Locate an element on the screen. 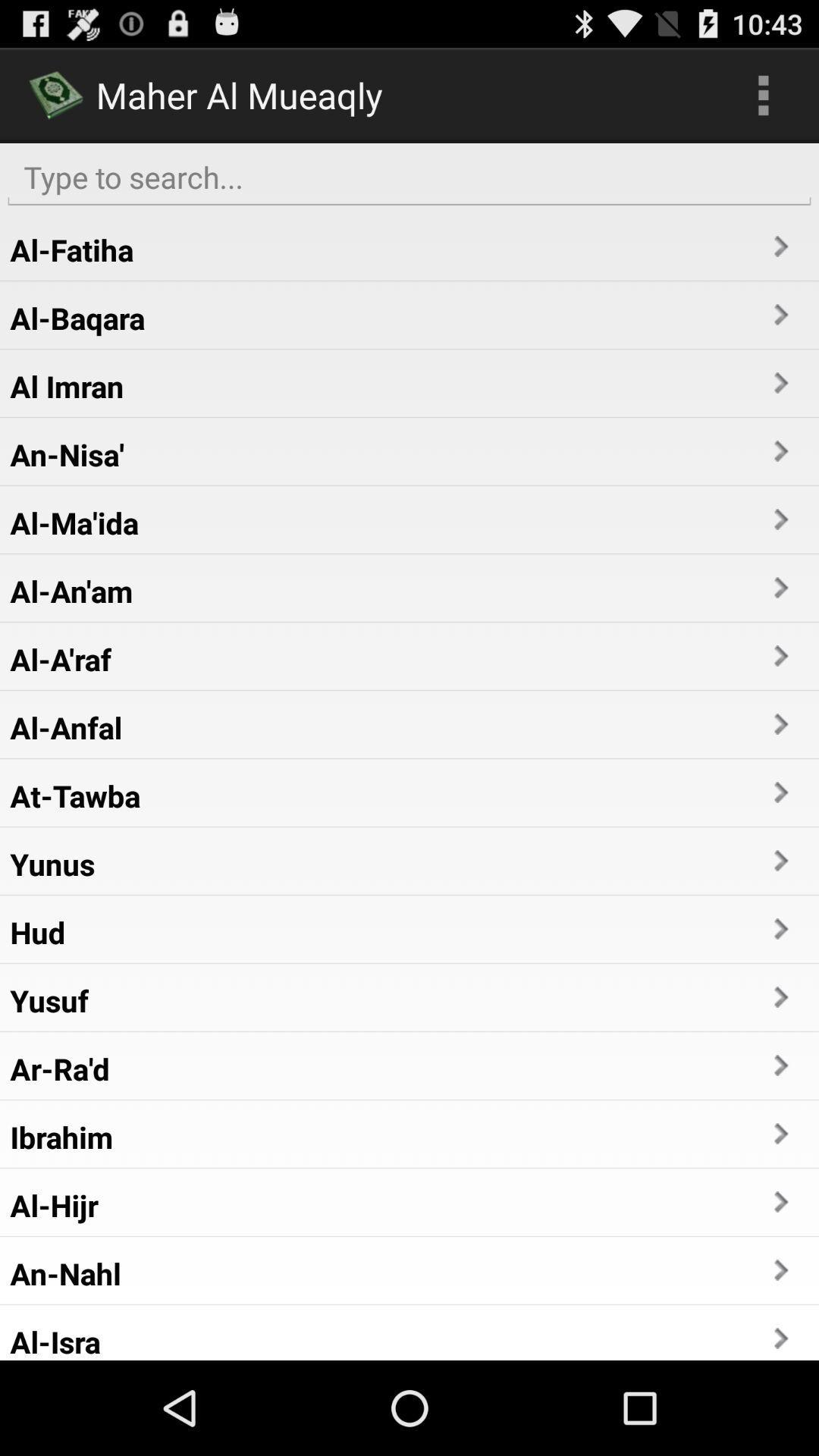 The image size is (819, 1456). item above al imran app is located at coordinates (77, 317).